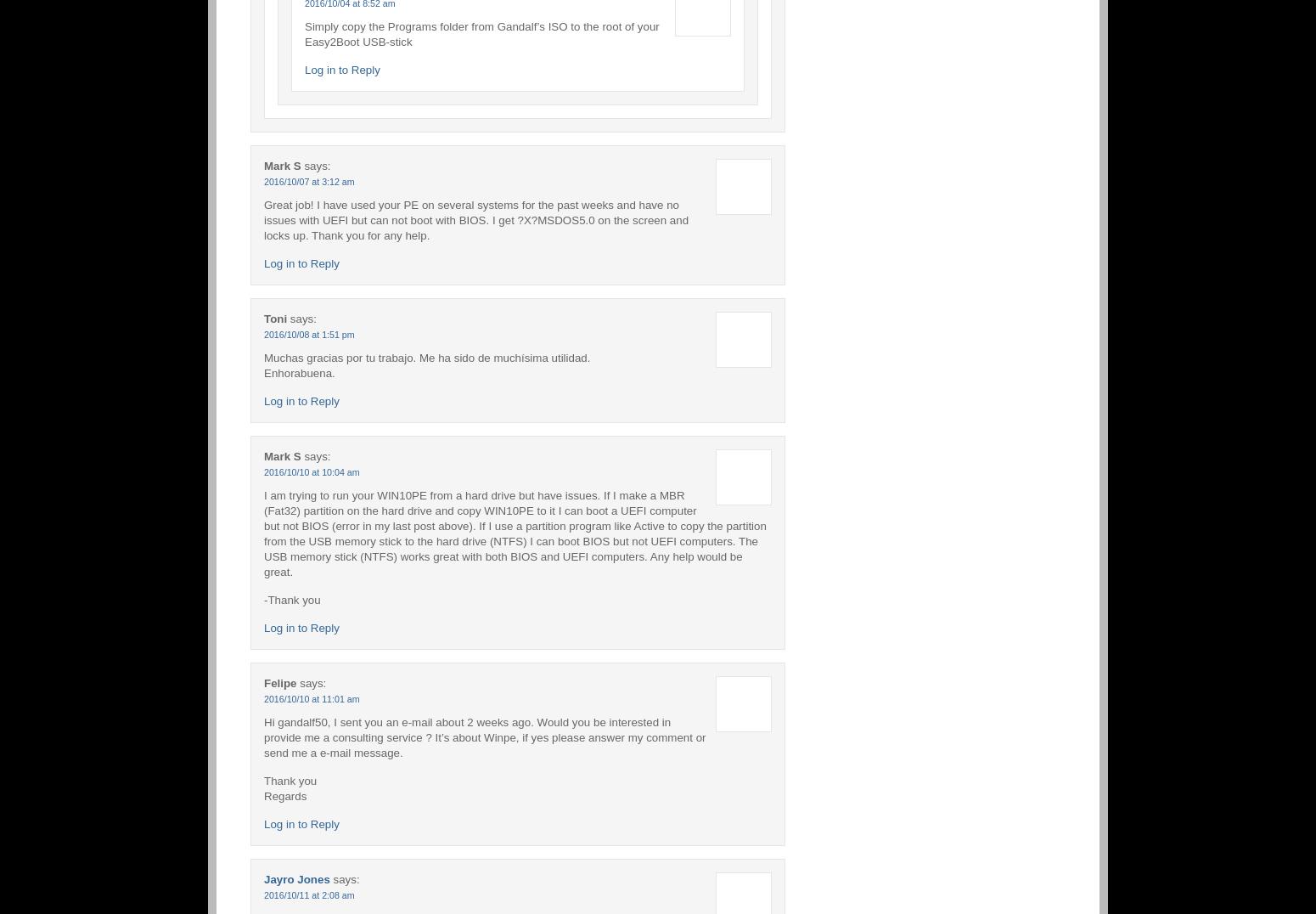 Image resolution: width=1316 pixels, height=914 pixels. What do you see at coordinates (311, 471) in the screenshot?
I see `'2016/10/10 at 10:04 am'` at bounding box center [311, 471].